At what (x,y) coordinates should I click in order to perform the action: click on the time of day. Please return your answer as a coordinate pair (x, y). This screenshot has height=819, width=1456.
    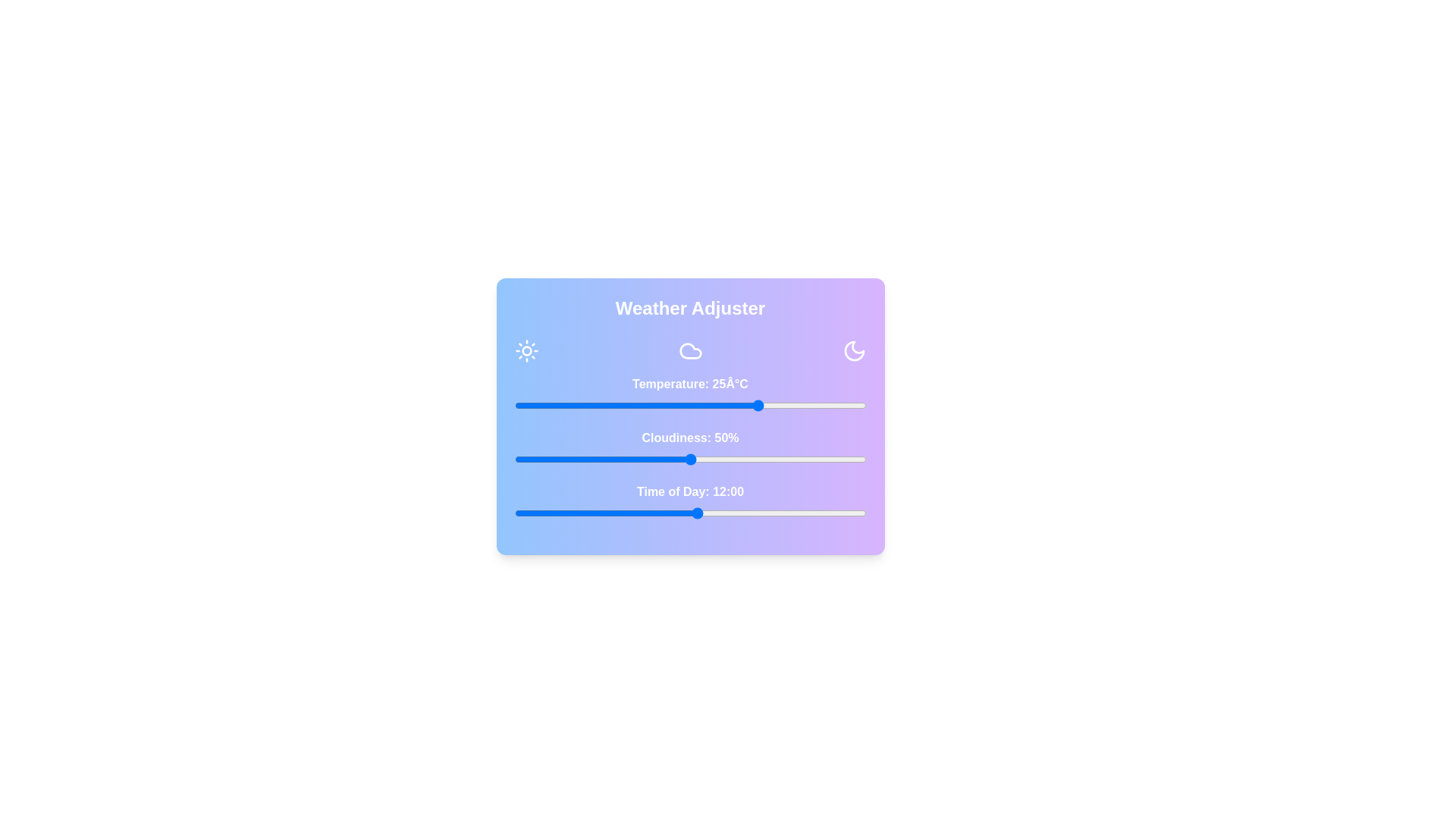
    Looking at the image, I should click on (697, 513).